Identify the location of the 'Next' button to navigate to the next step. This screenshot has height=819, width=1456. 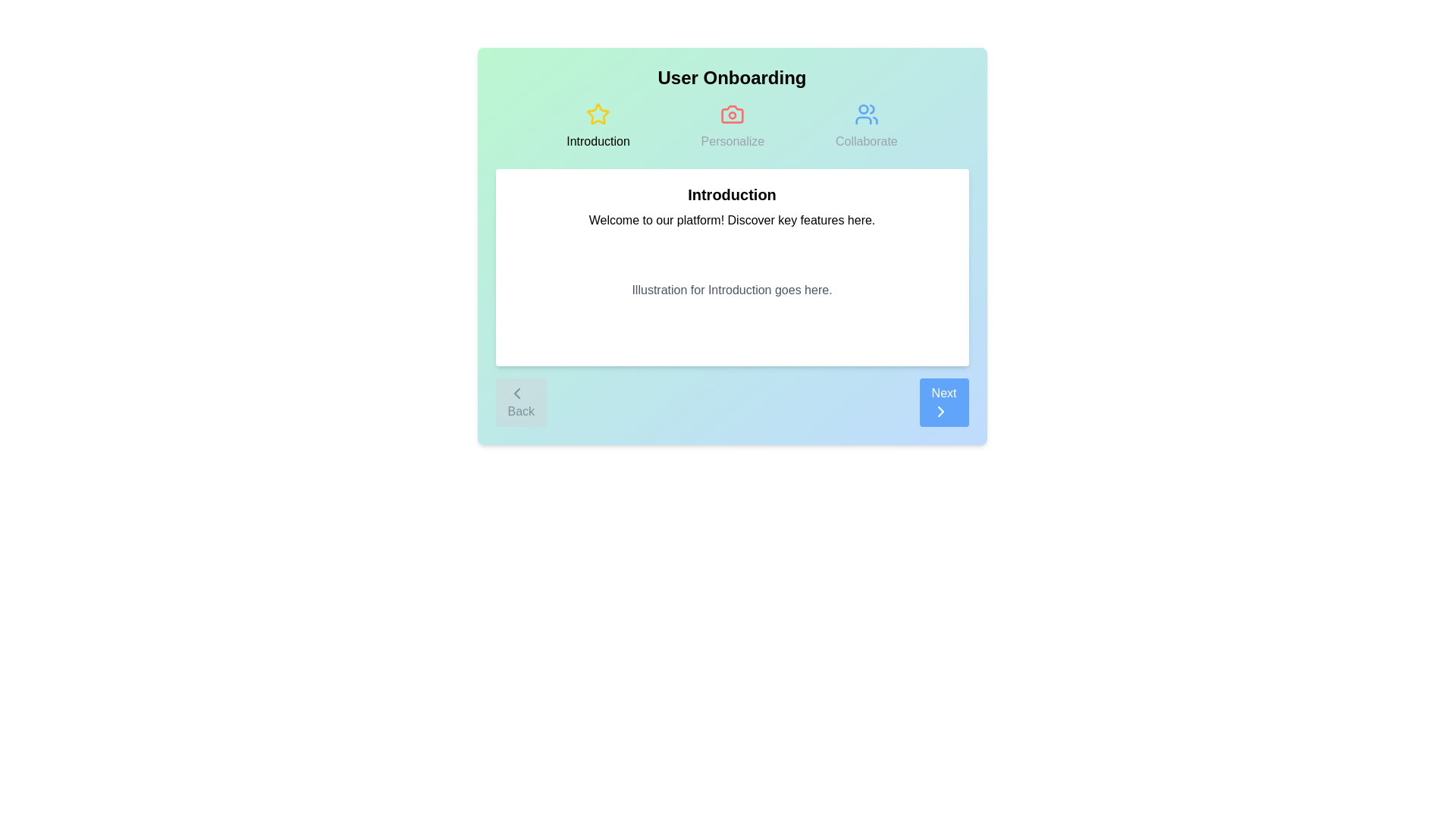
(943, 402).